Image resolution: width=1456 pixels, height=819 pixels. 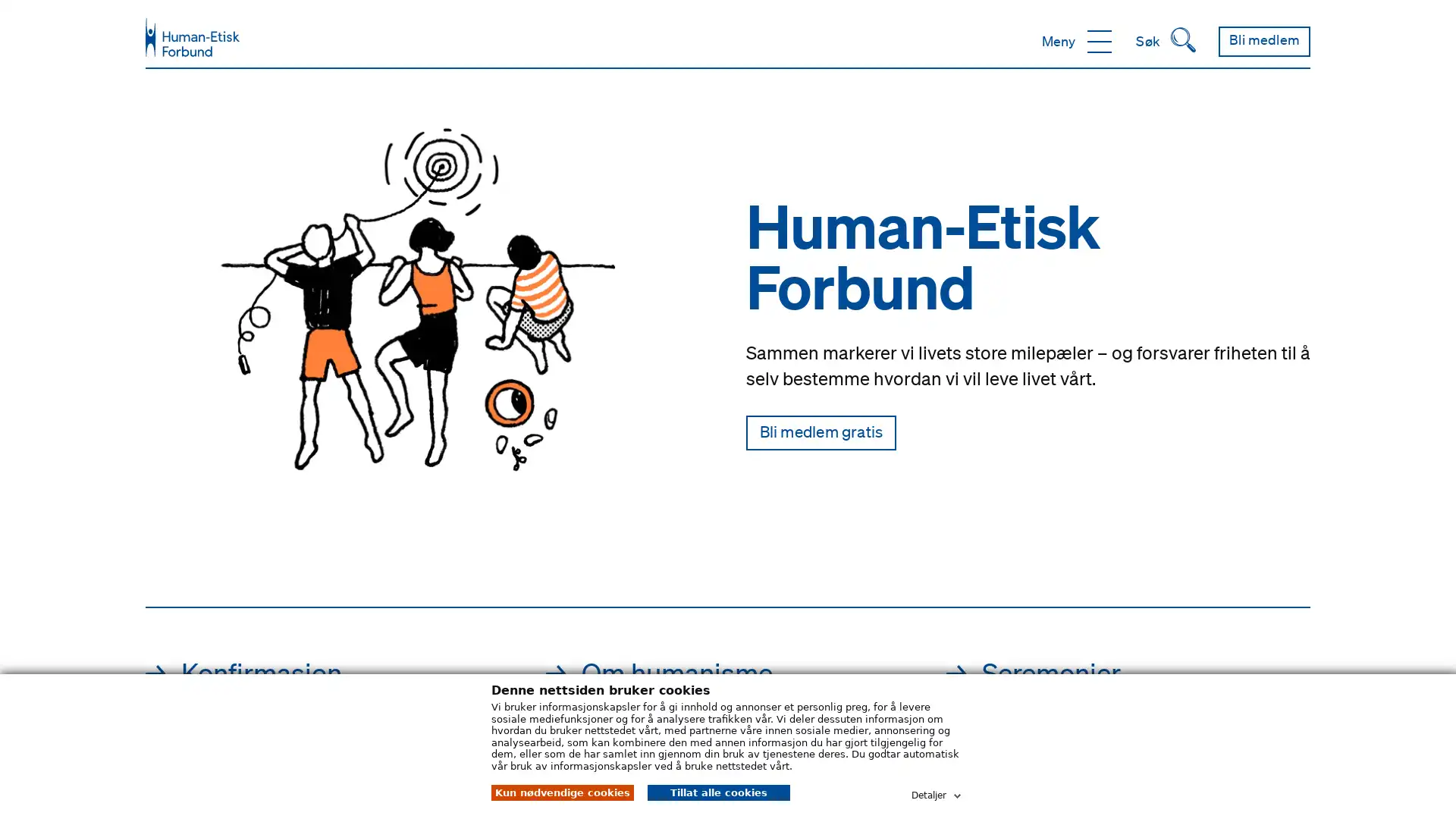 What do you see at coordinates (1166, 42) in the screenshot?
I see `Sk` at bounding box center [1166, 42].